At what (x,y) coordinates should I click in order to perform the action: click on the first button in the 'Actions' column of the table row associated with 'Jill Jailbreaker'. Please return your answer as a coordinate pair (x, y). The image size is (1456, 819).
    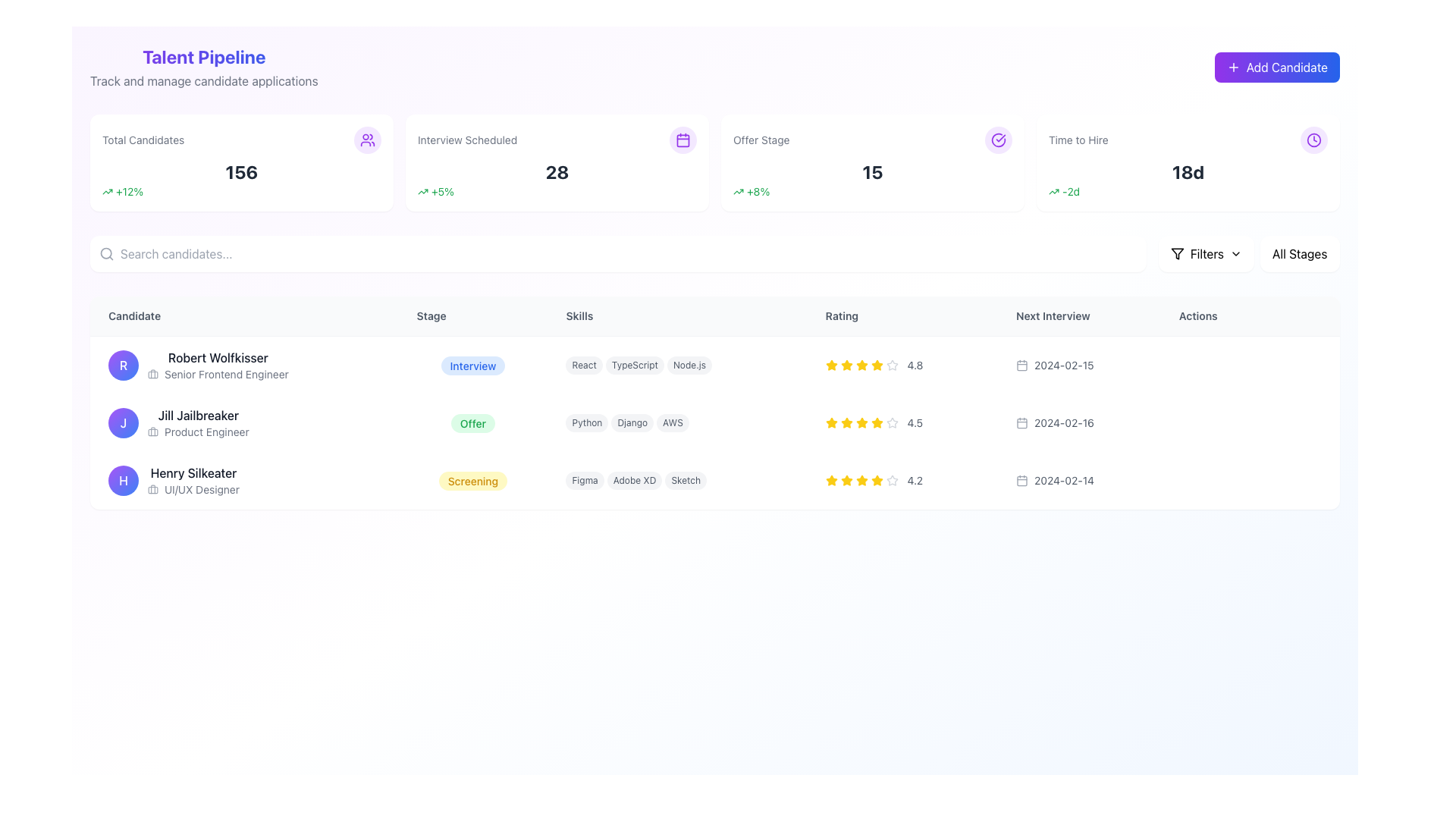
    Looking at the image, I should click on (1191, 423).